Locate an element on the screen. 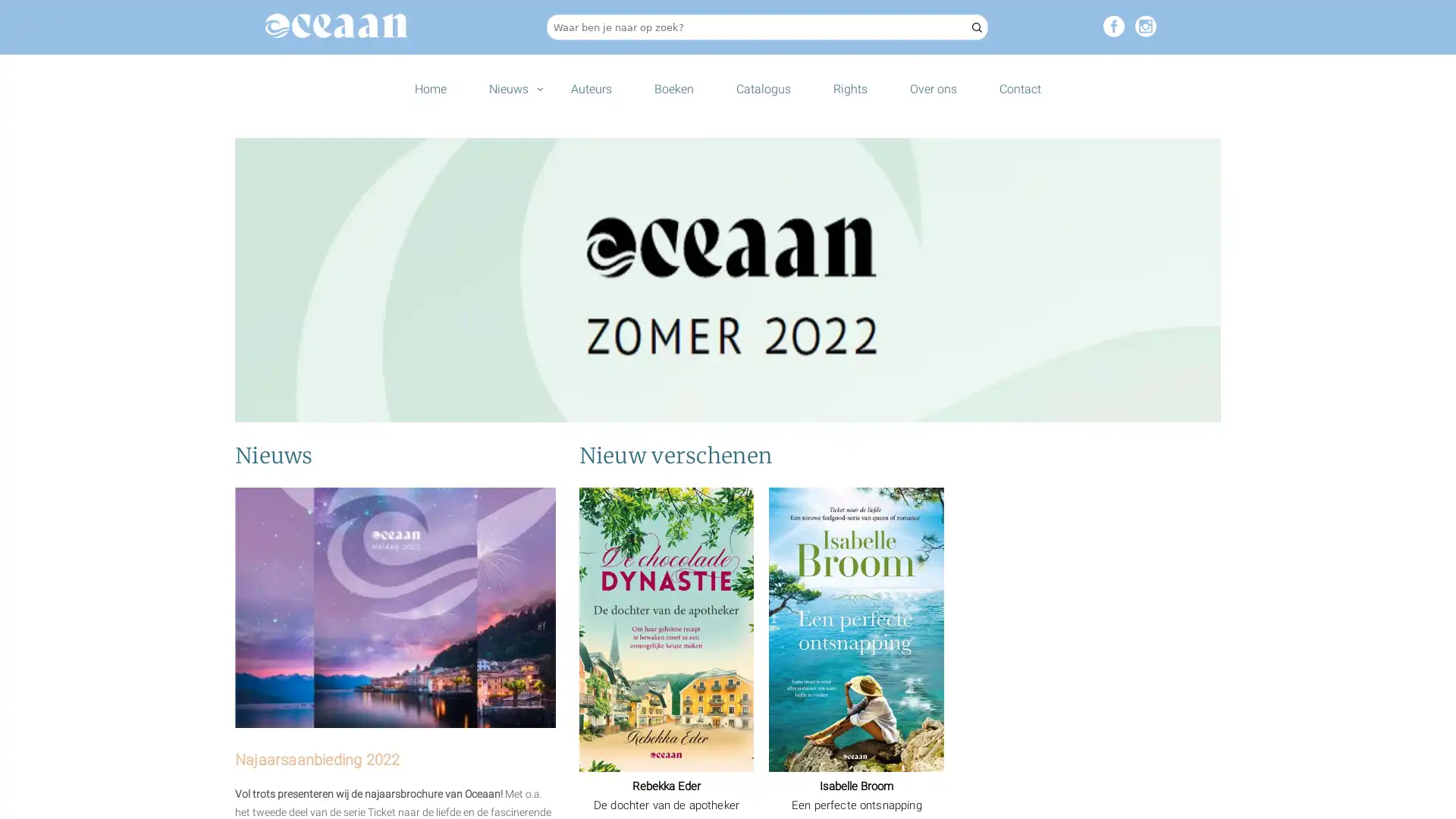 The width and height of the screenshot is (1456, 819). Zoeken is located at coordinates (976, 27).